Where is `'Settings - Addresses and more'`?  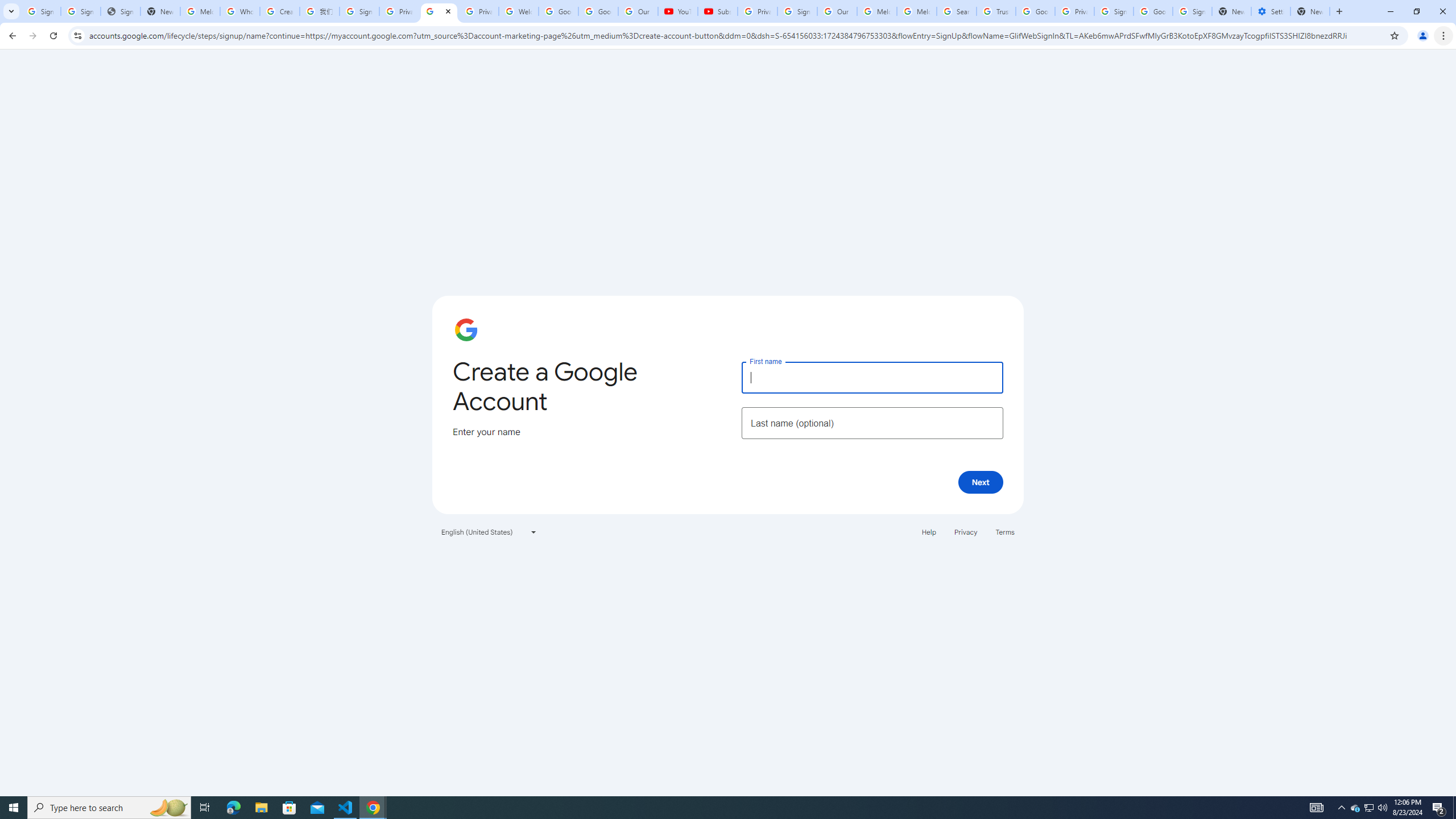
'Settings - Addresses and more' is located at coordinates (1270, 11).